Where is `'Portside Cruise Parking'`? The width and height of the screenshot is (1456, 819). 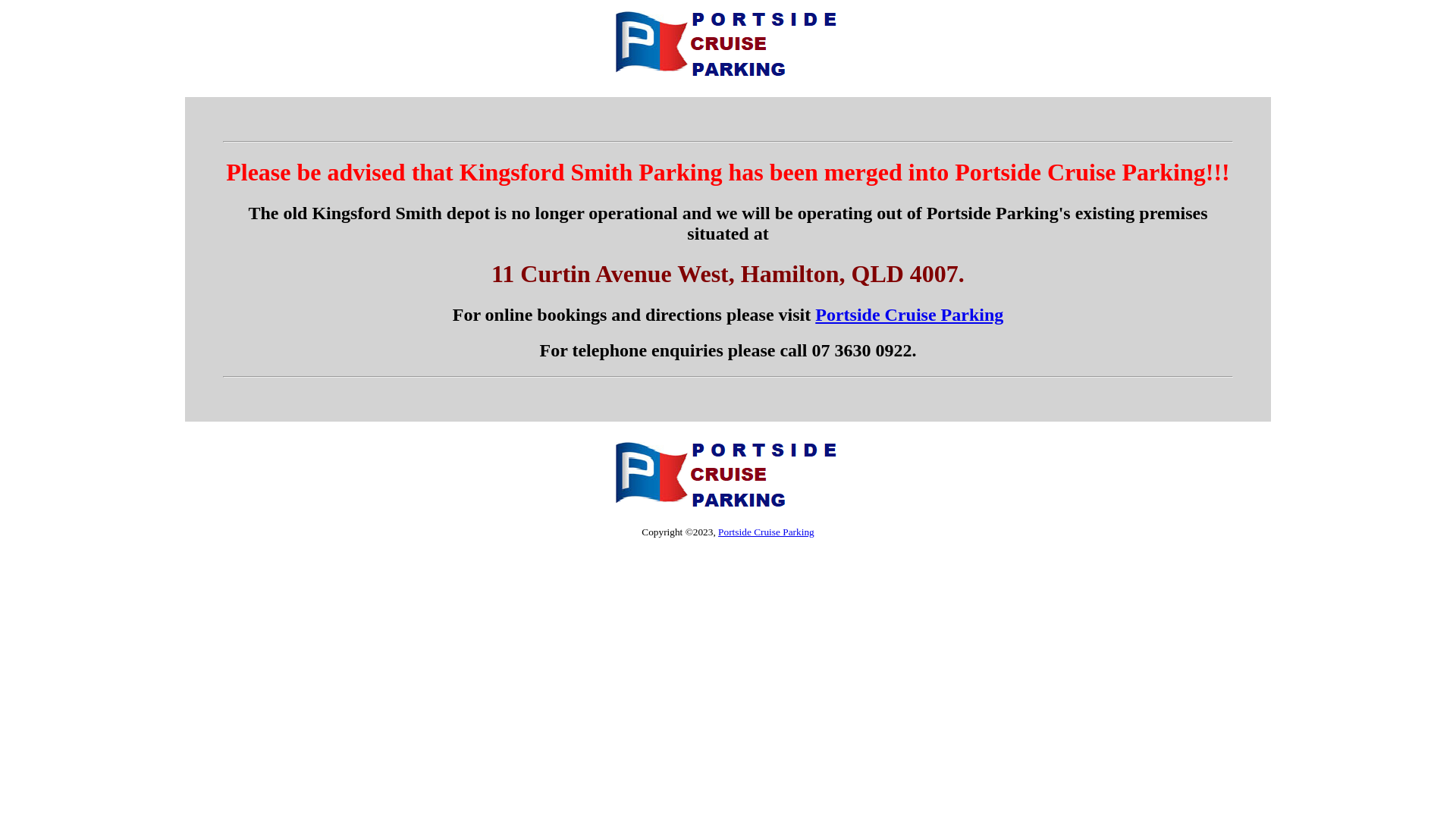
'Portside Cruise Parking' is located at coordinates (766, 531).